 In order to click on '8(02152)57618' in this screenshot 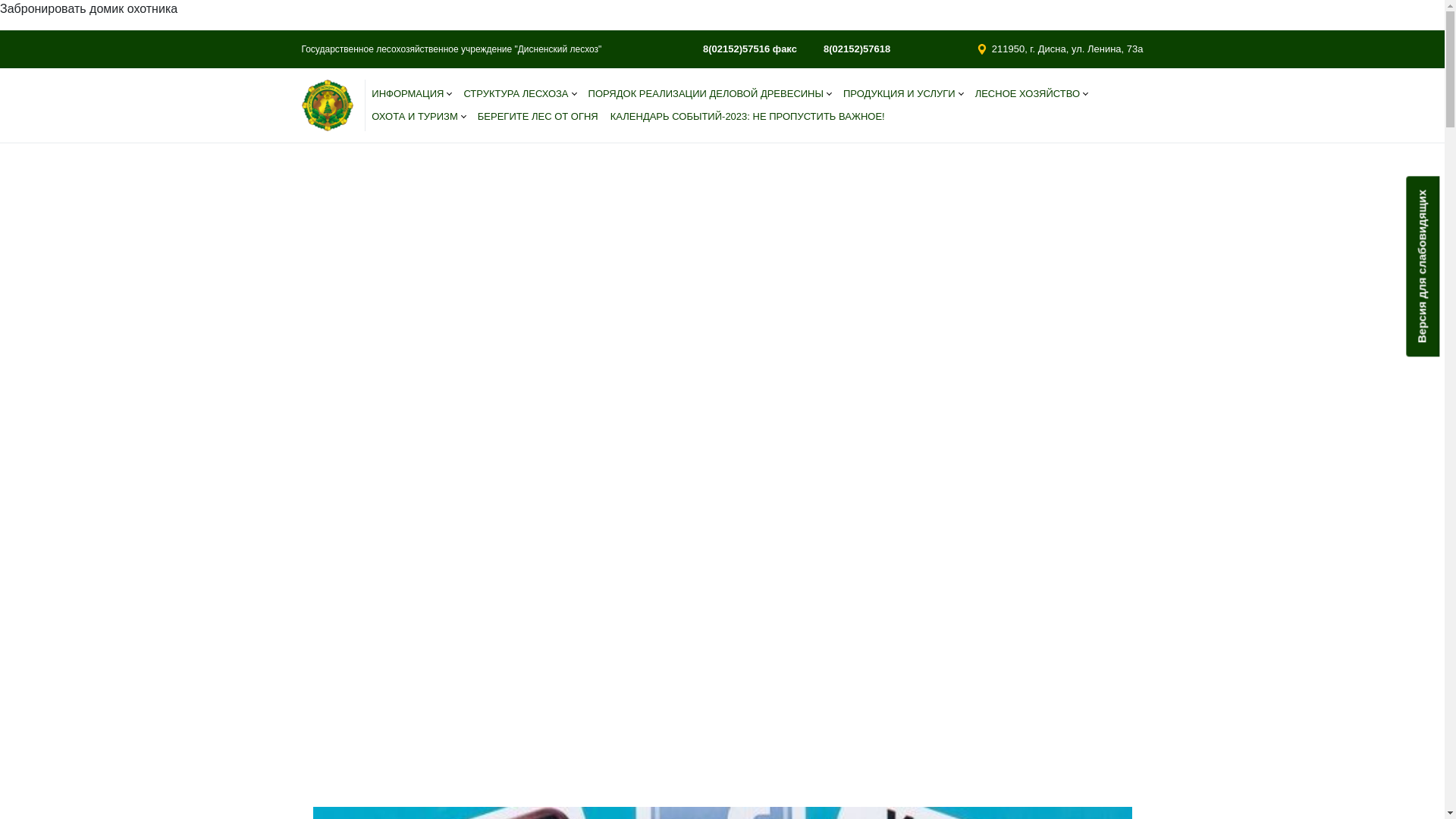, I will do `click(848, 49)`.